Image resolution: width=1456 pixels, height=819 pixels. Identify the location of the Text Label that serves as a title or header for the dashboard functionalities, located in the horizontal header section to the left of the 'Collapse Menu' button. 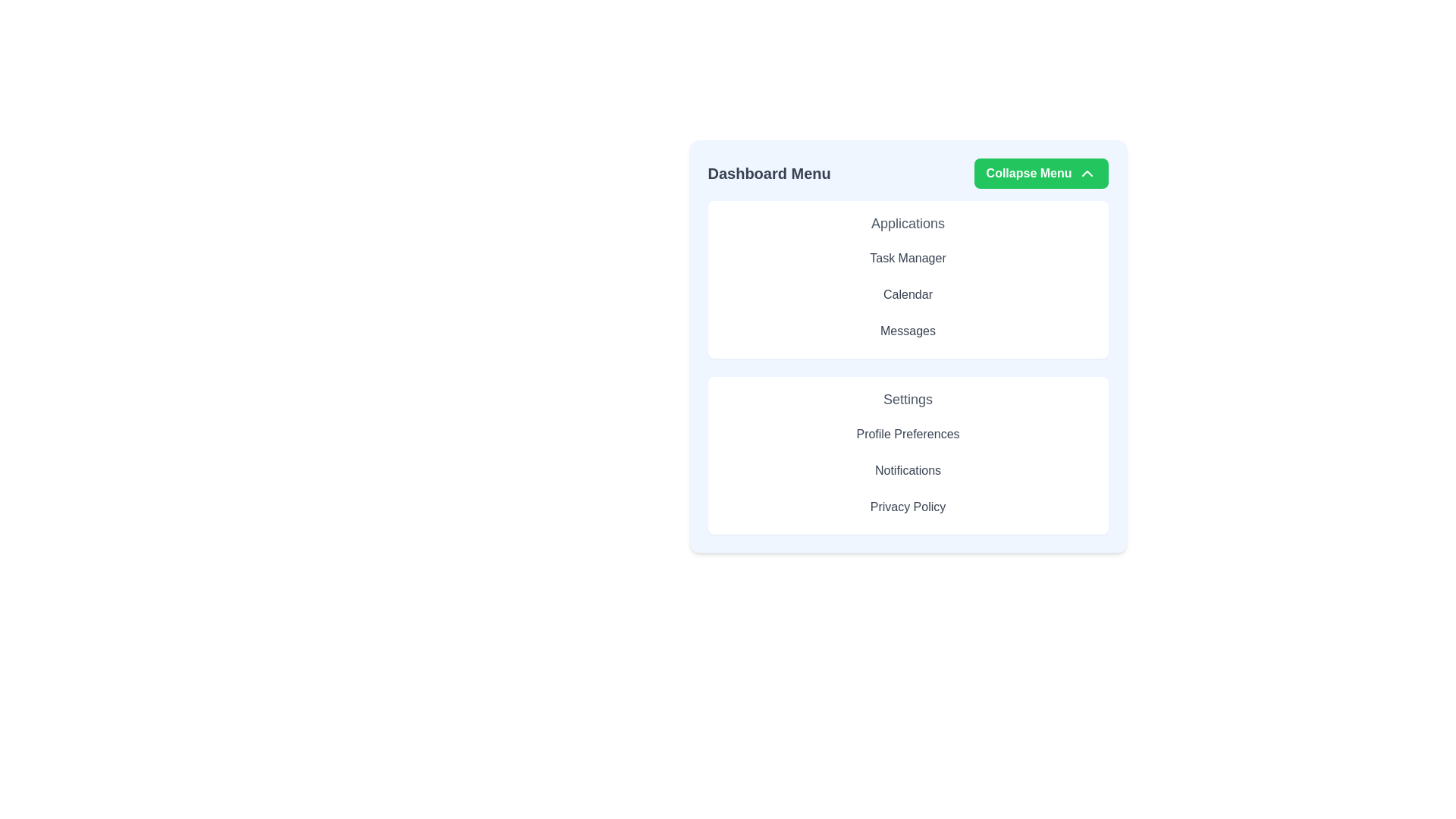
(769, 172).